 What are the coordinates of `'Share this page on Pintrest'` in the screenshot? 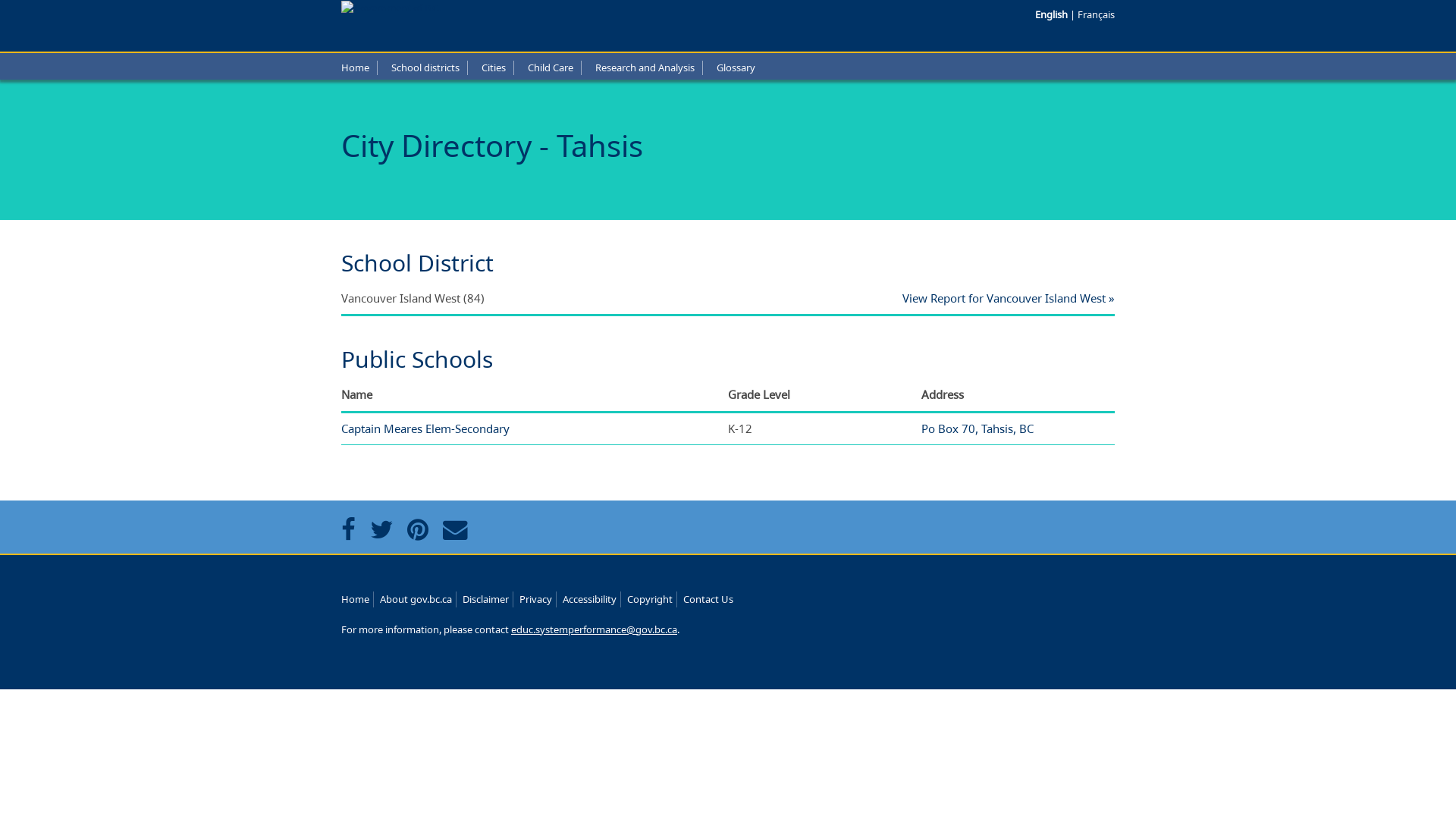 It's located at (422, 528).